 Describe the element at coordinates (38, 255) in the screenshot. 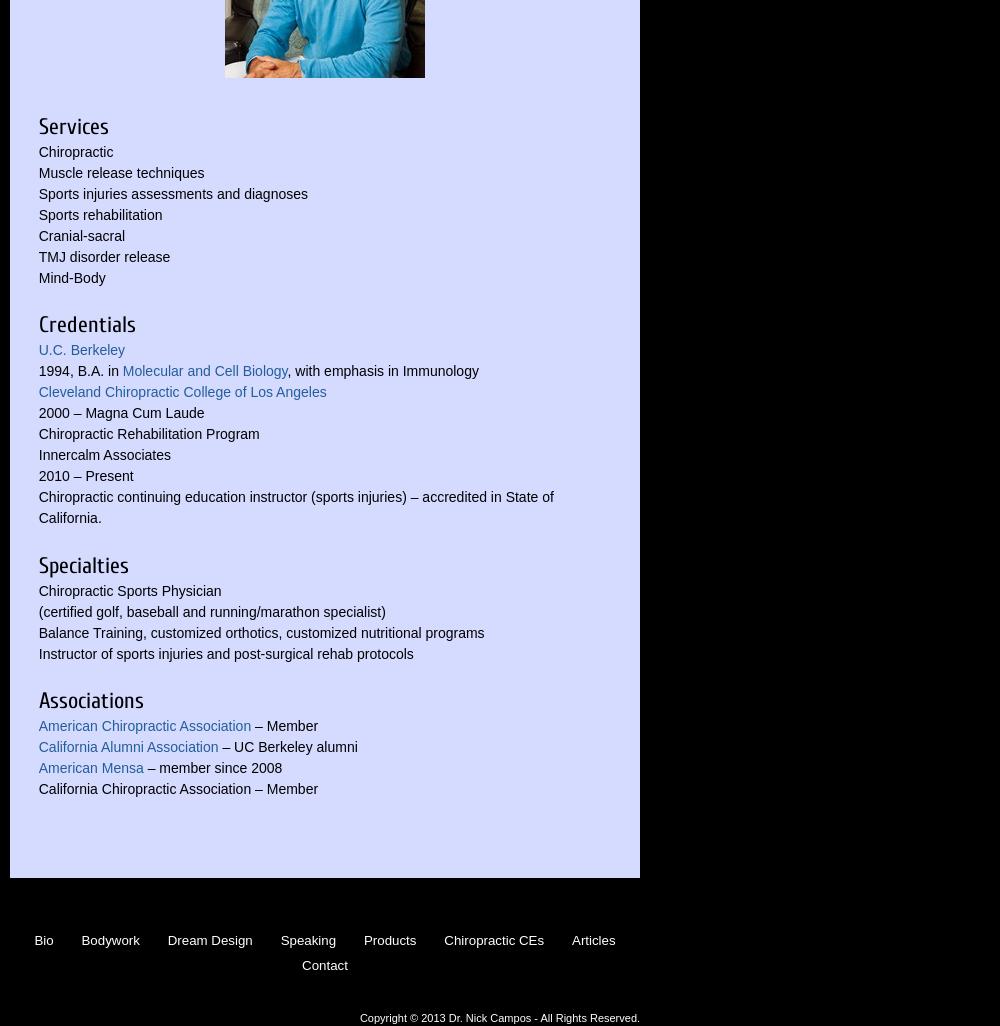

I see `'TMJ disorder release'` at that location.